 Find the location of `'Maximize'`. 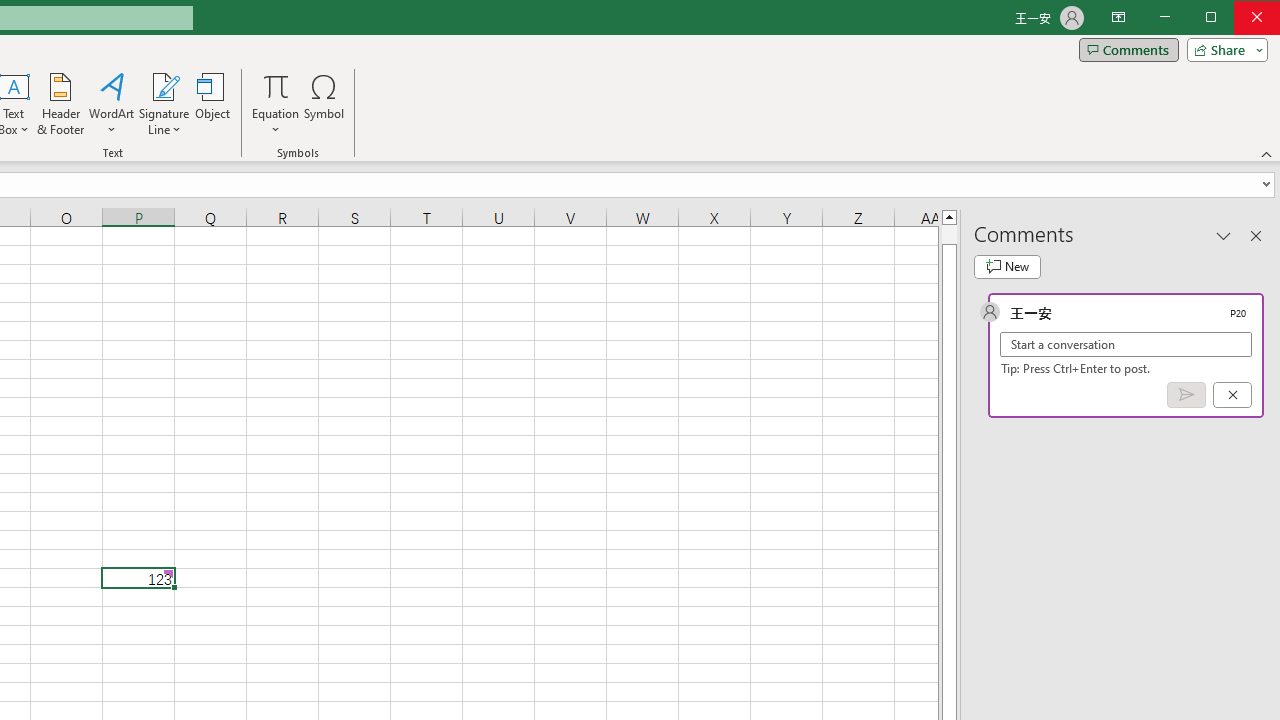

'Maximize' is located at coordinates (1238, 19).